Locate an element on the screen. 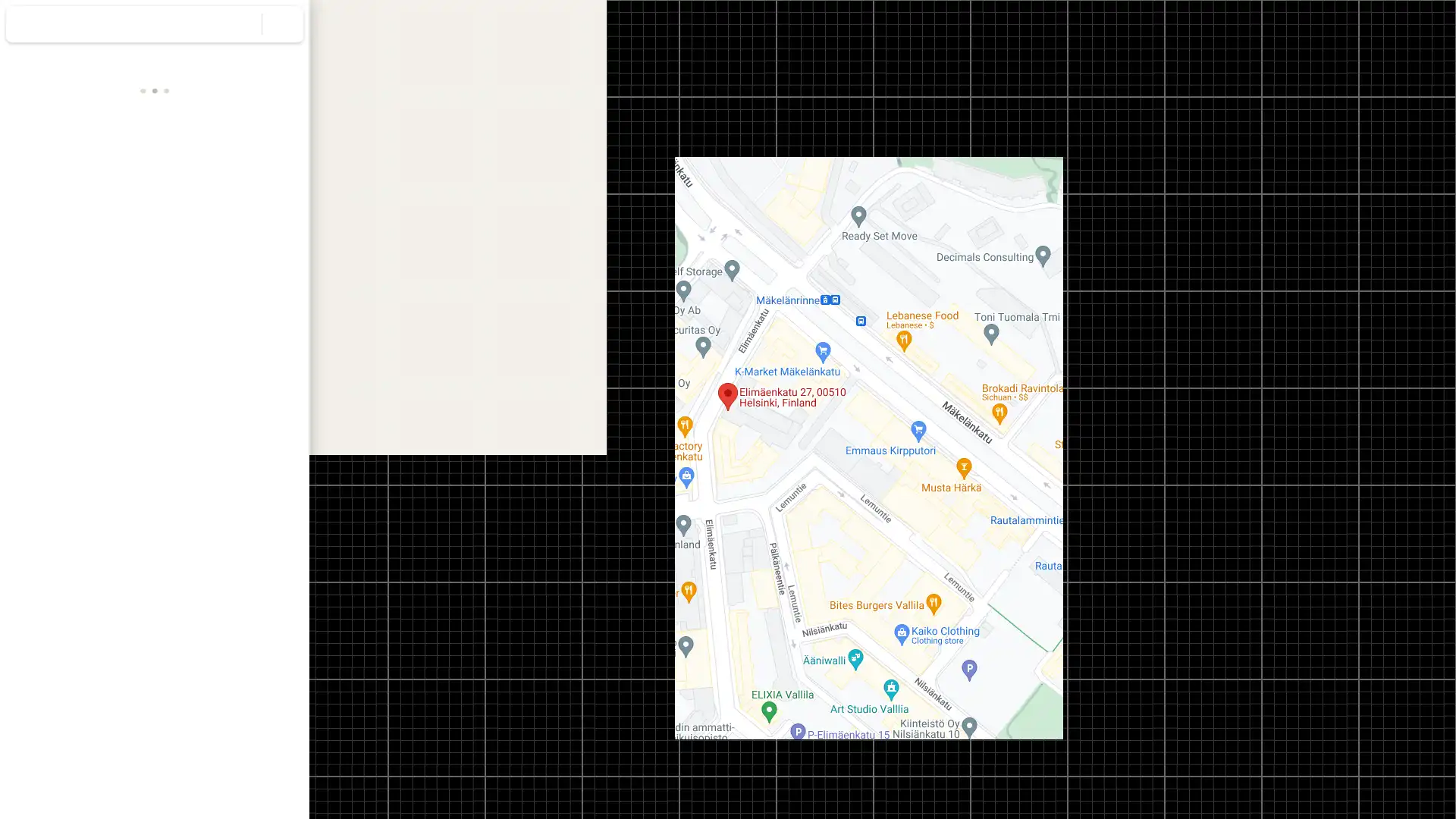 This screenshot has height=819, width=1456. Directions to Elimaenkatu 27 is located at coordinates (43, 259).